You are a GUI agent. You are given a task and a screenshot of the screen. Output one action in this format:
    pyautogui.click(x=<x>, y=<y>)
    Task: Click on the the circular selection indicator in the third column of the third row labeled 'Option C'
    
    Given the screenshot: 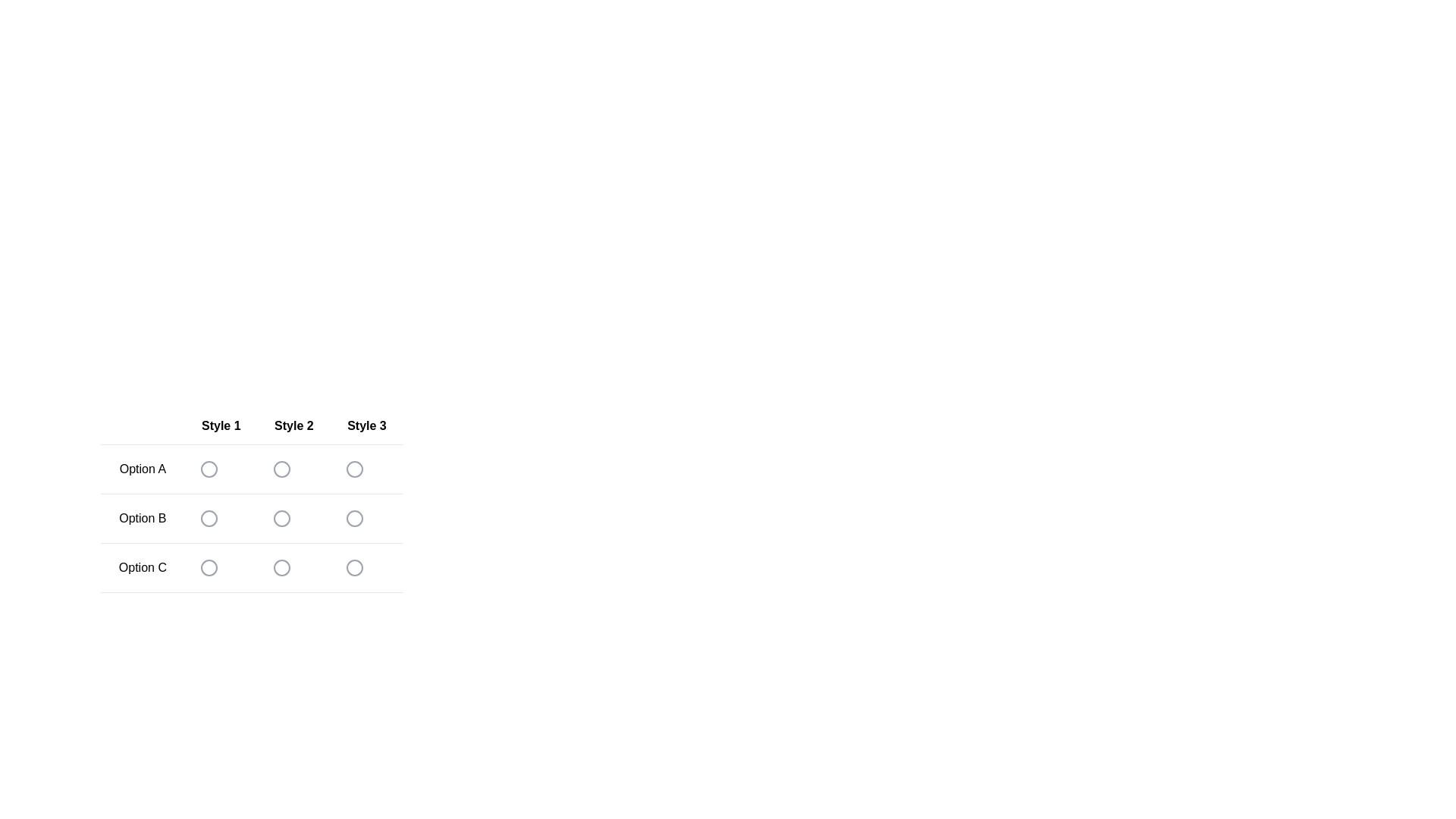 What is the action you would take?
    pyautogui.click(x=353, y=567)
    